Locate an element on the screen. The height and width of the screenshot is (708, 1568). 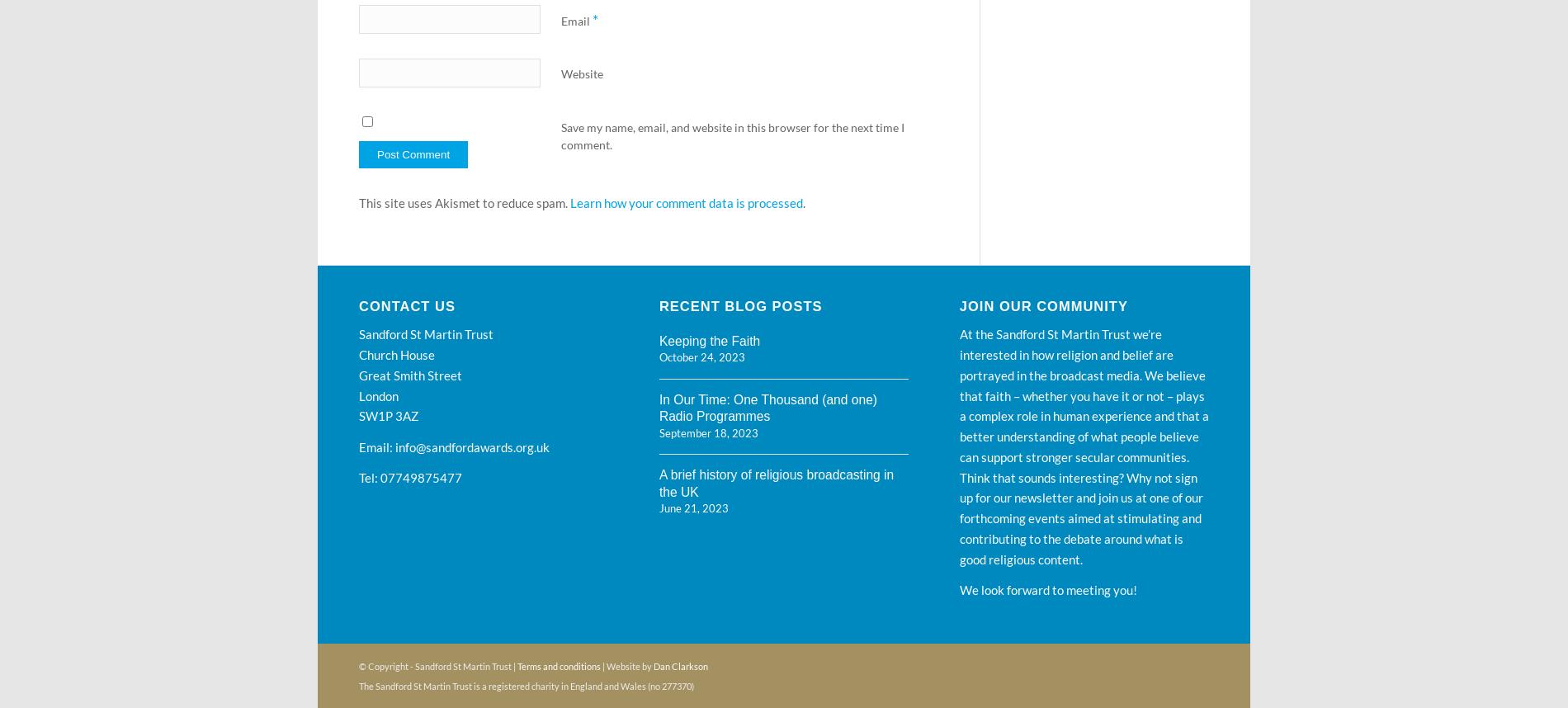
'London' is located at coordinates (378, 394).